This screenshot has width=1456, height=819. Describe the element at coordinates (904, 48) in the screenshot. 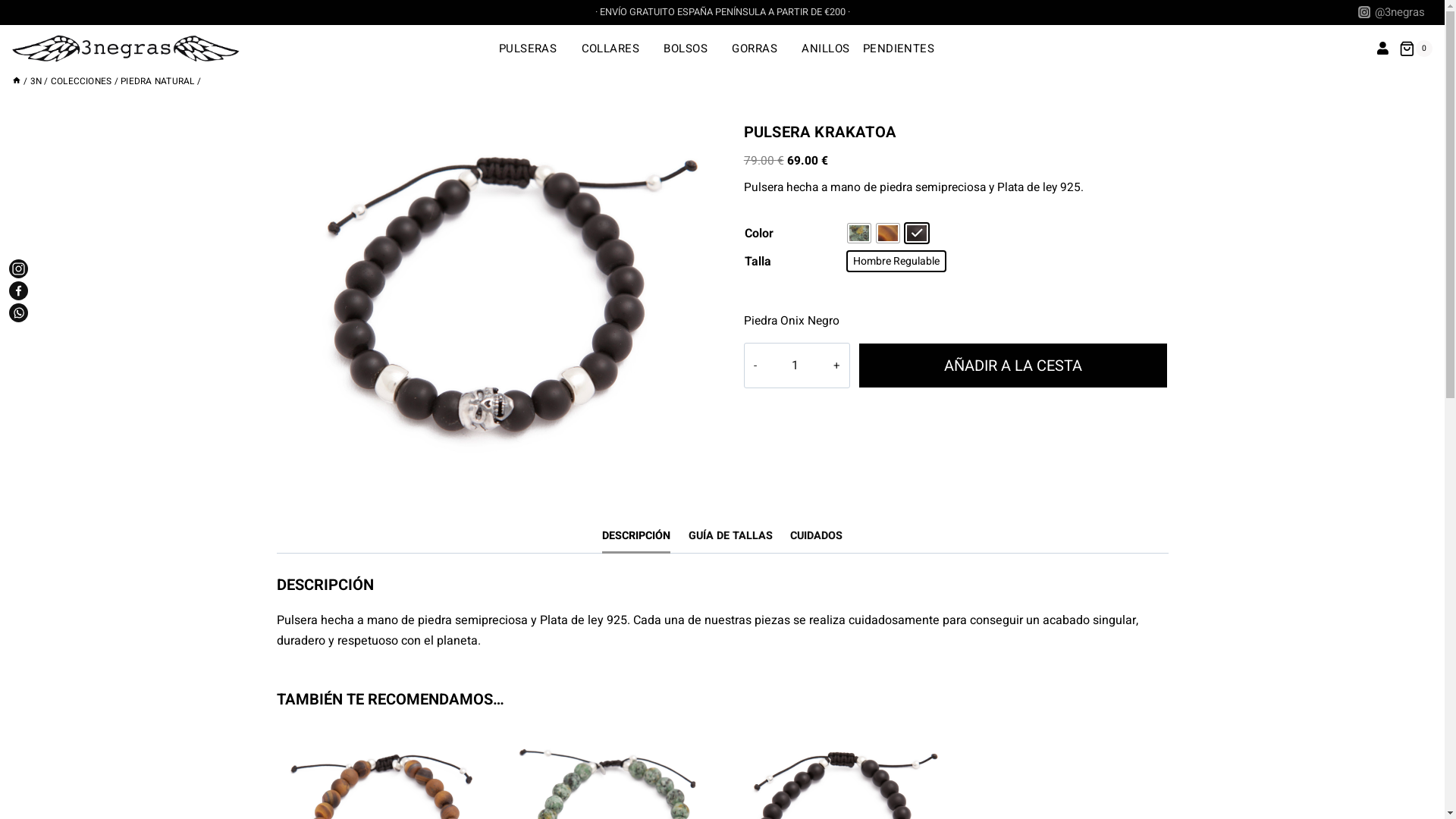

I see `'PENDIENTES'` at that location.